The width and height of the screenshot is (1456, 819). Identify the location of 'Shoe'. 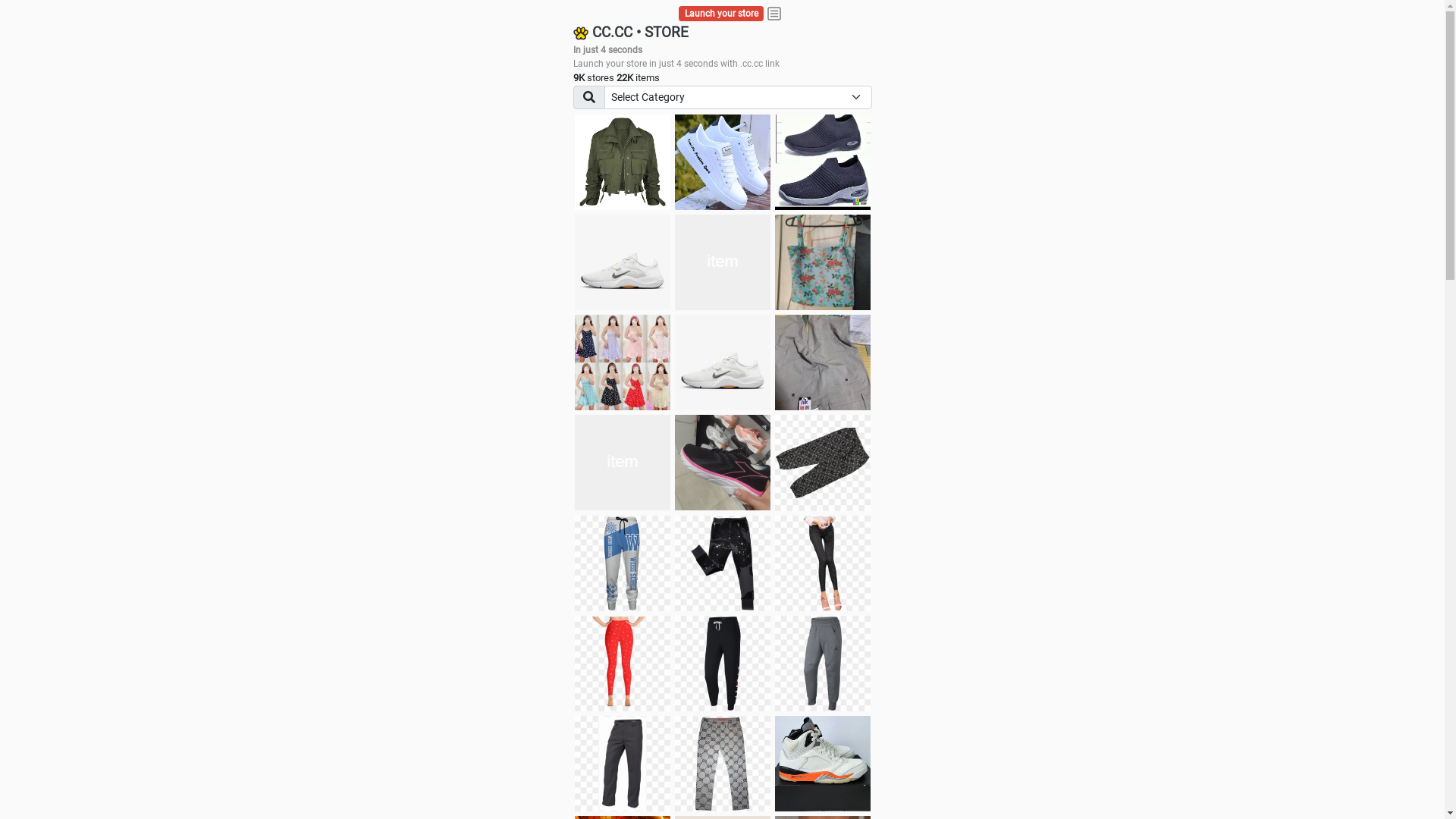
(821, 763).